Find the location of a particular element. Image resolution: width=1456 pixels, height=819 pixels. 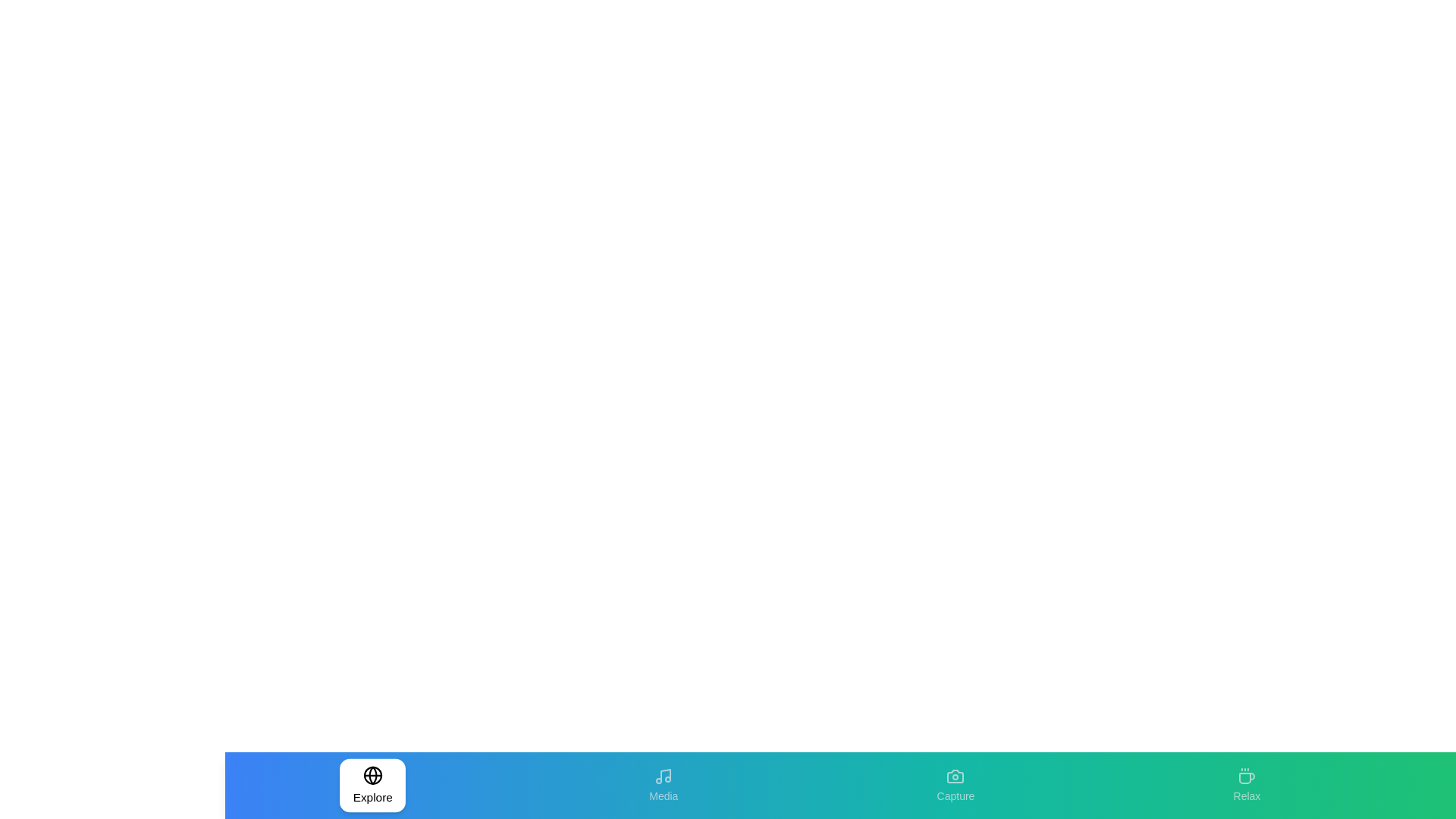

the tab labeled Capture is located at coordinates (955, 785).